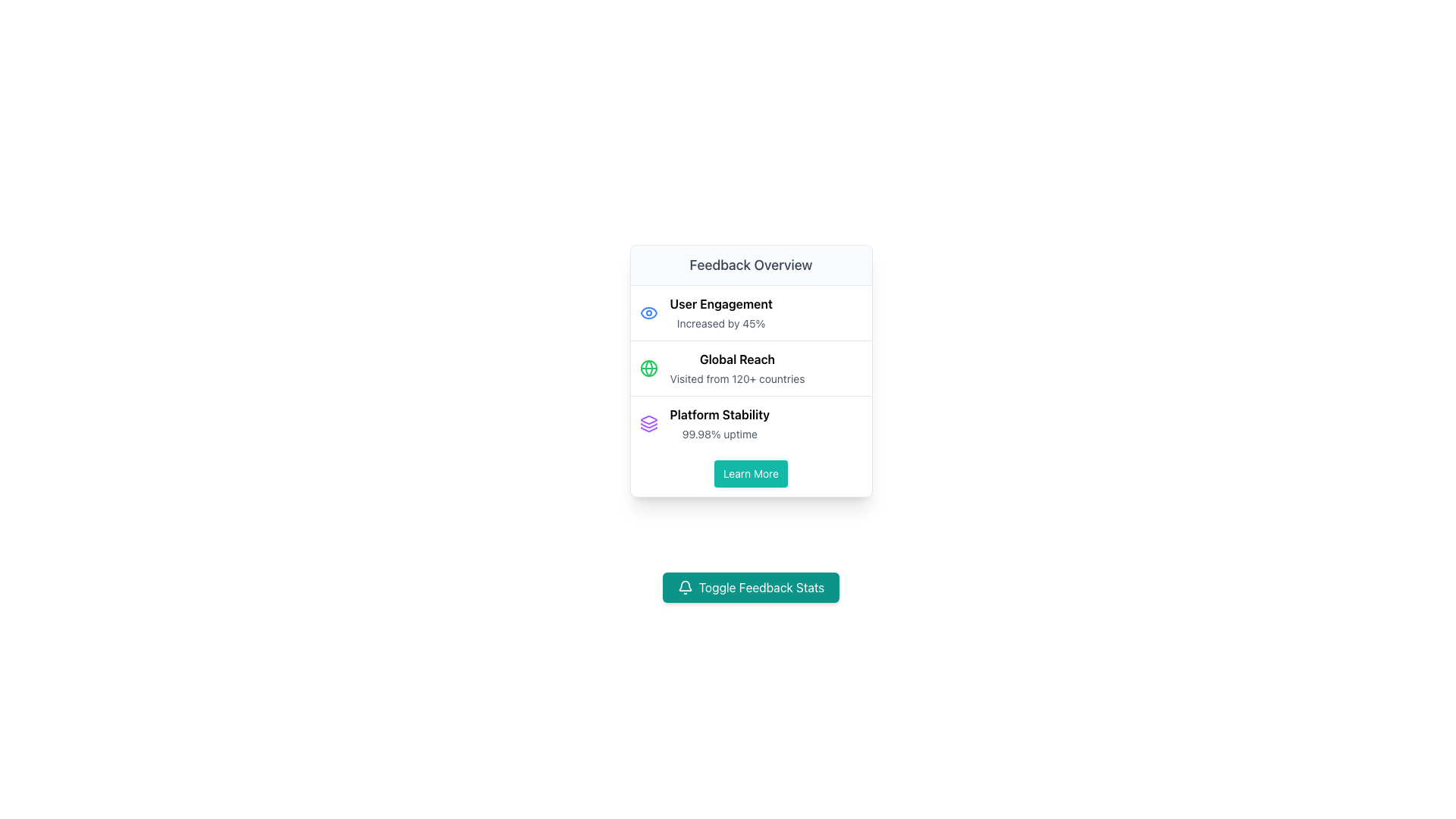  What do you see at coordinates (751, 423) in the screenshot?
I see `the Informative display component titled 'Platform Stability' which shows a purple icon and uptime percentage` at bounding box center [751, 423].